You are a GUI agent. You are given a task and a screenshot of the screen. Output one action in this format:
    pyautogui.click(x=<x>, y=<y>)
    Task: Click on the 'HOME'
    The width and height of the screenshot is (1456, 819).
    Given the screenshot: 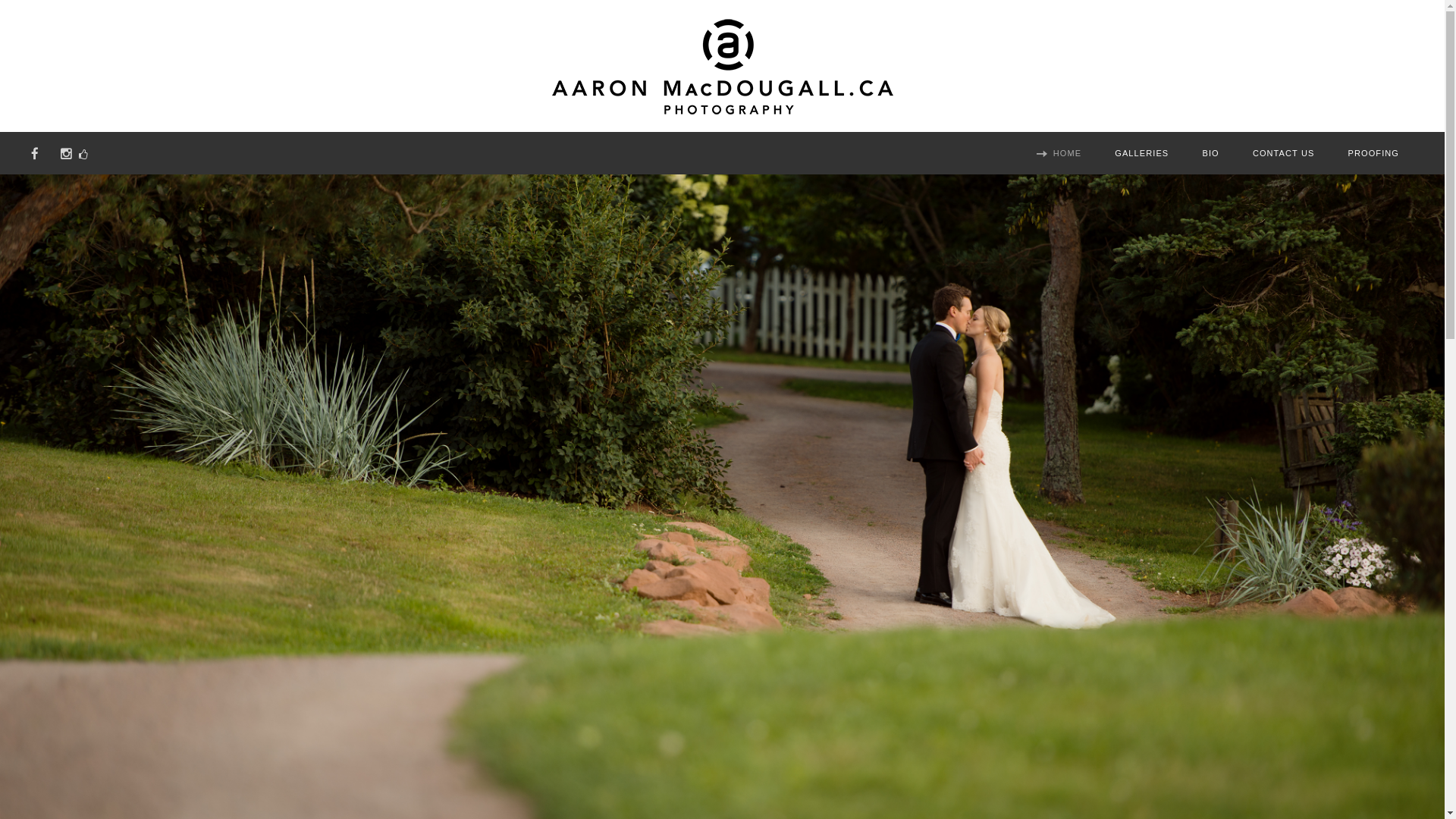 What is the action you would take?
    pyautogui.click(x=1068, y=155)
    